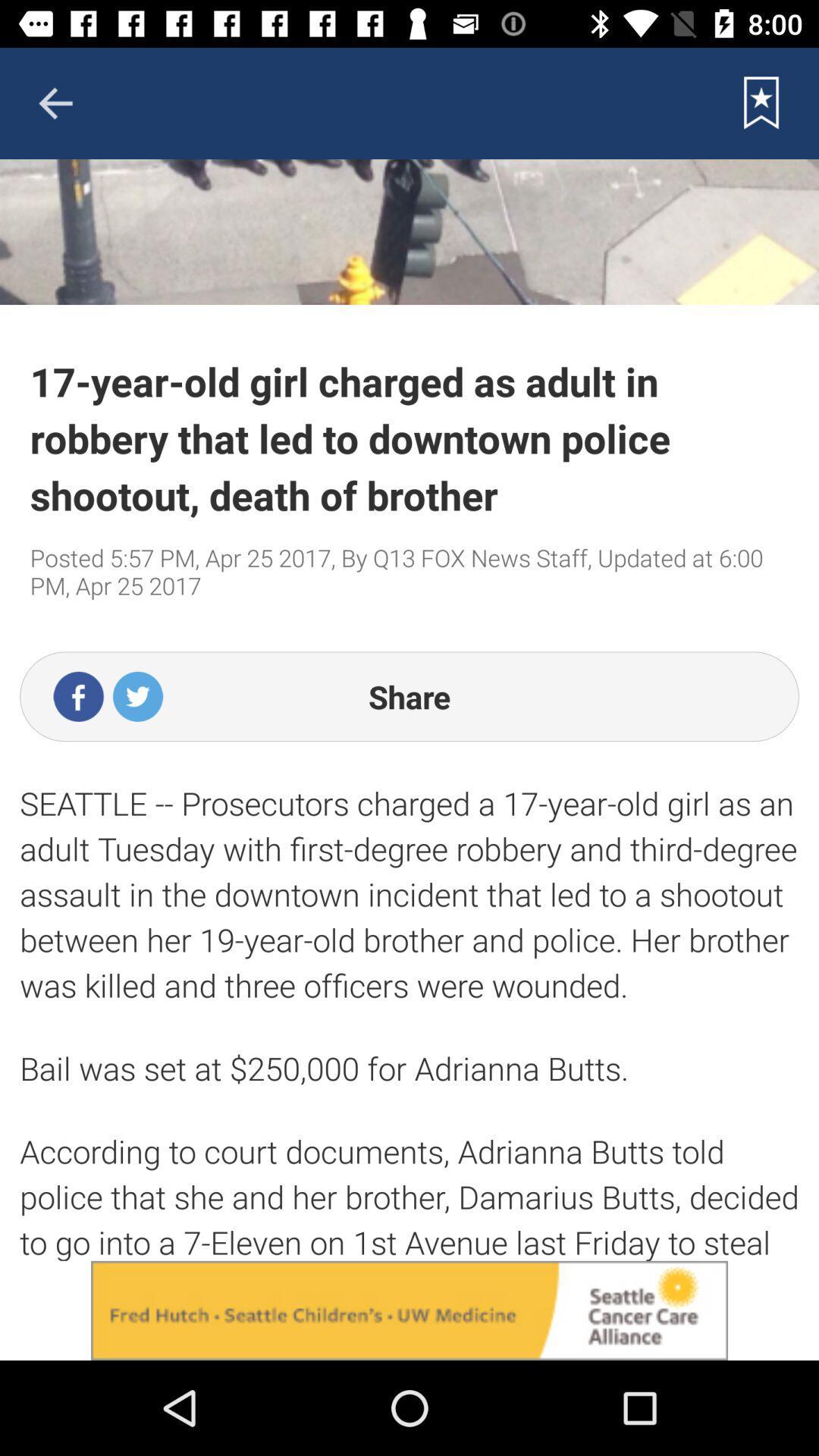  I want to click on the arrow_backward icon, so click(55, 102).